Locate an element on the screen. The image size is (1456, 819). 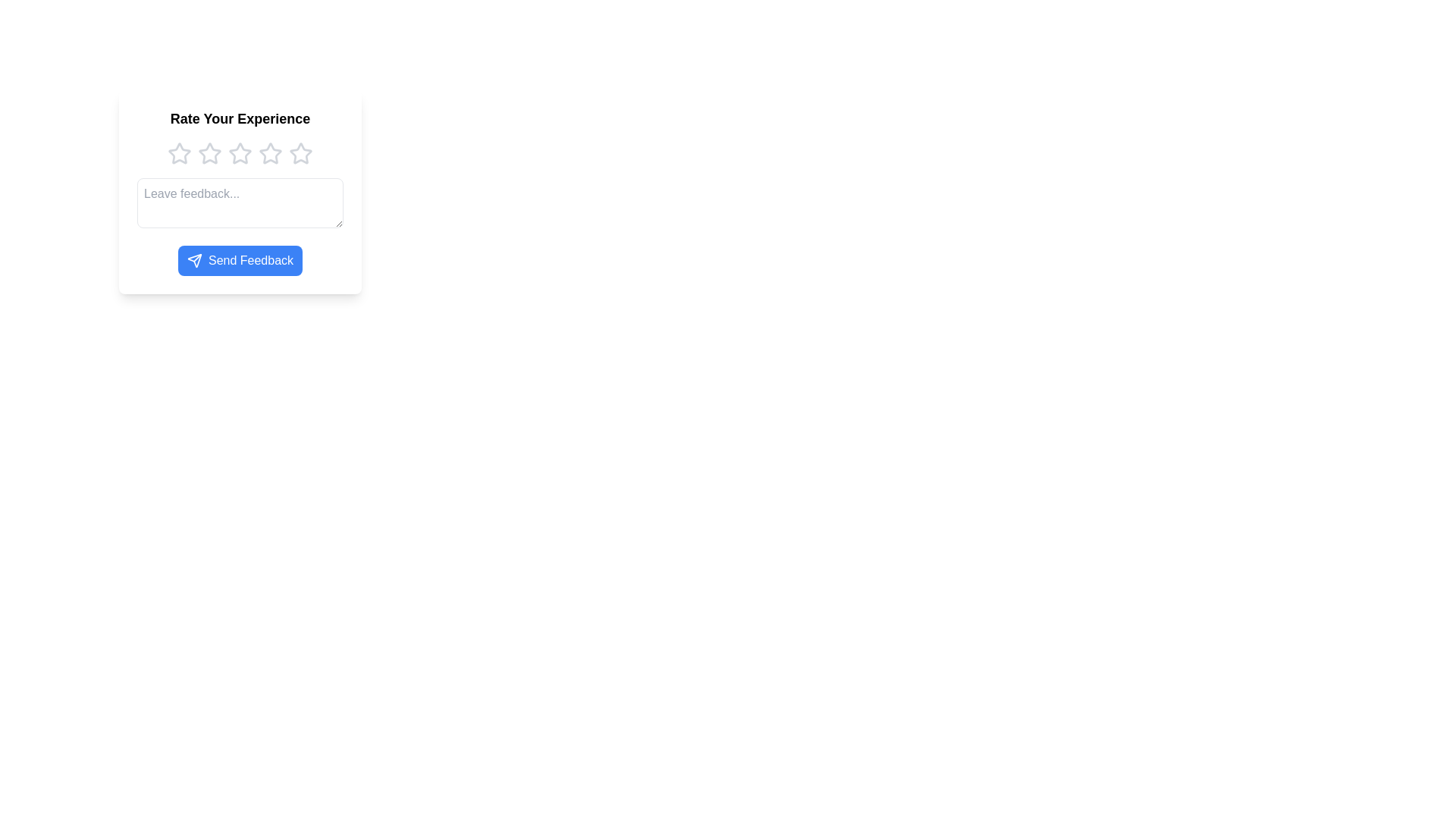
the 'Send Feedback' button with a light blue background and a paper plane icon to change its background color is located at coordinates (239, 259).